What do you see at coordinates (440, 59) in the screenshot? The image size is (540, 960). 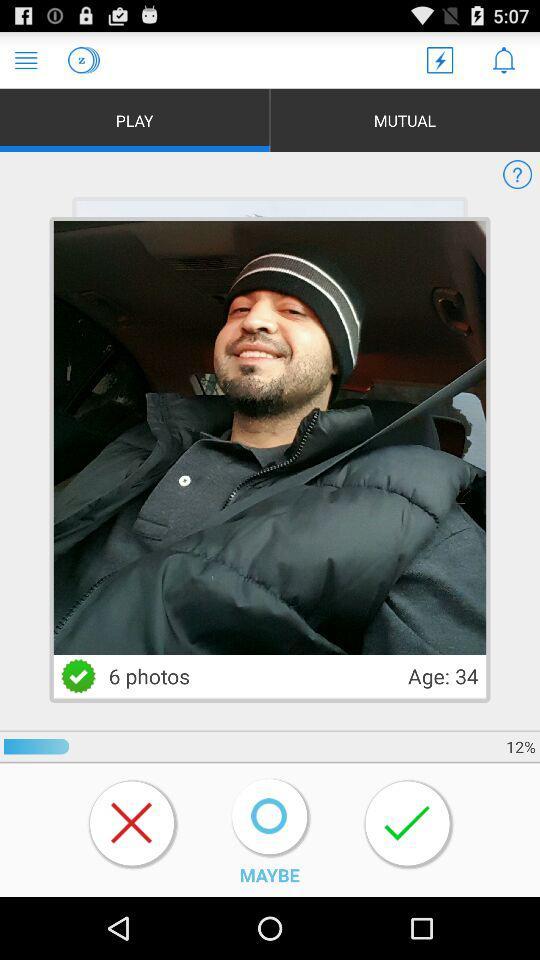 I see `the icon which is left side of the bell icon` at bounding box center [440, 59].